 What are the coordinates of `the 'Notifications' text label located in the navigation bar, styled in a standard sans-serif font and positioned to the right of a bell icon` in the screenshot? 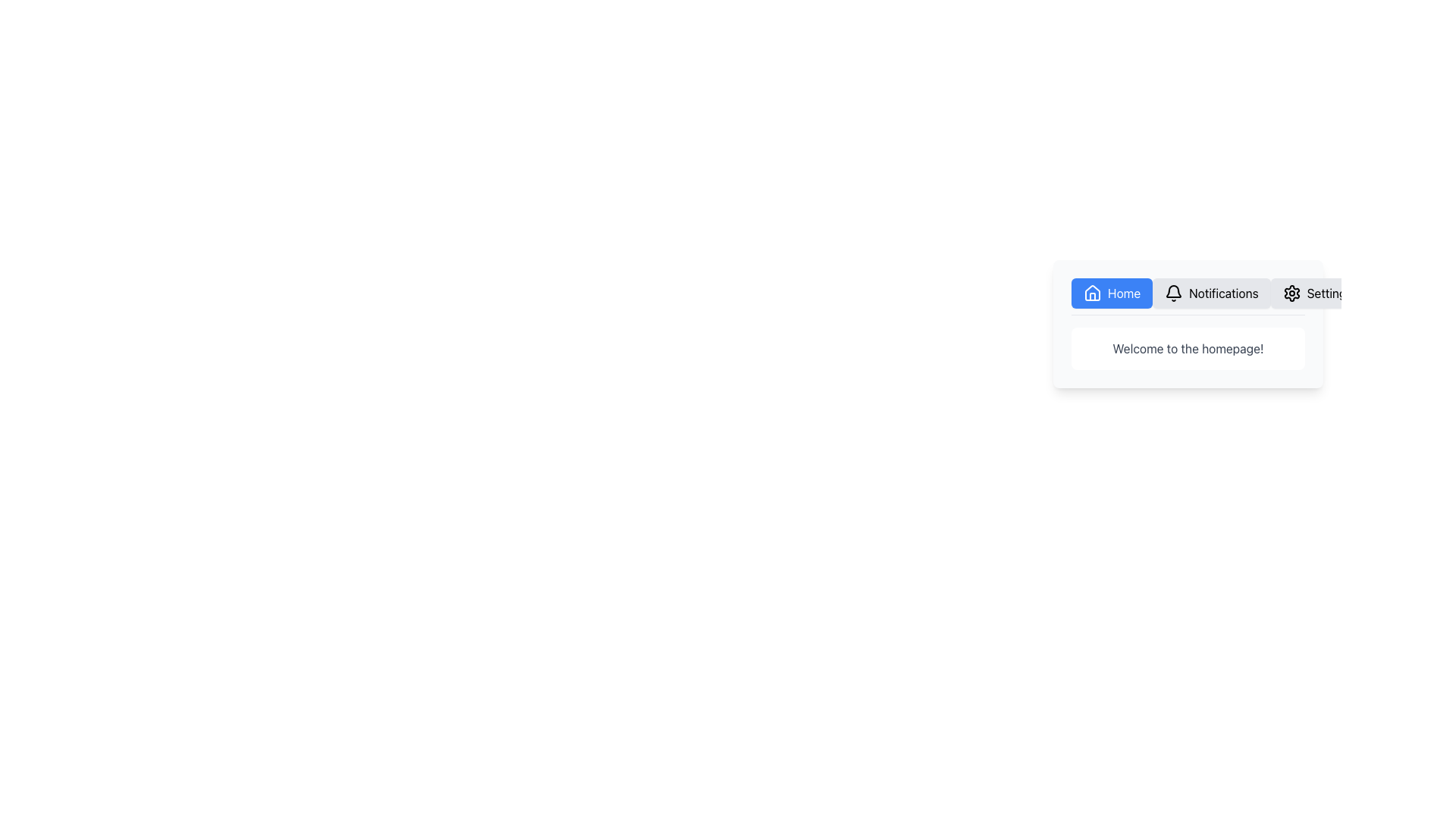 It's located at (1223, 293).